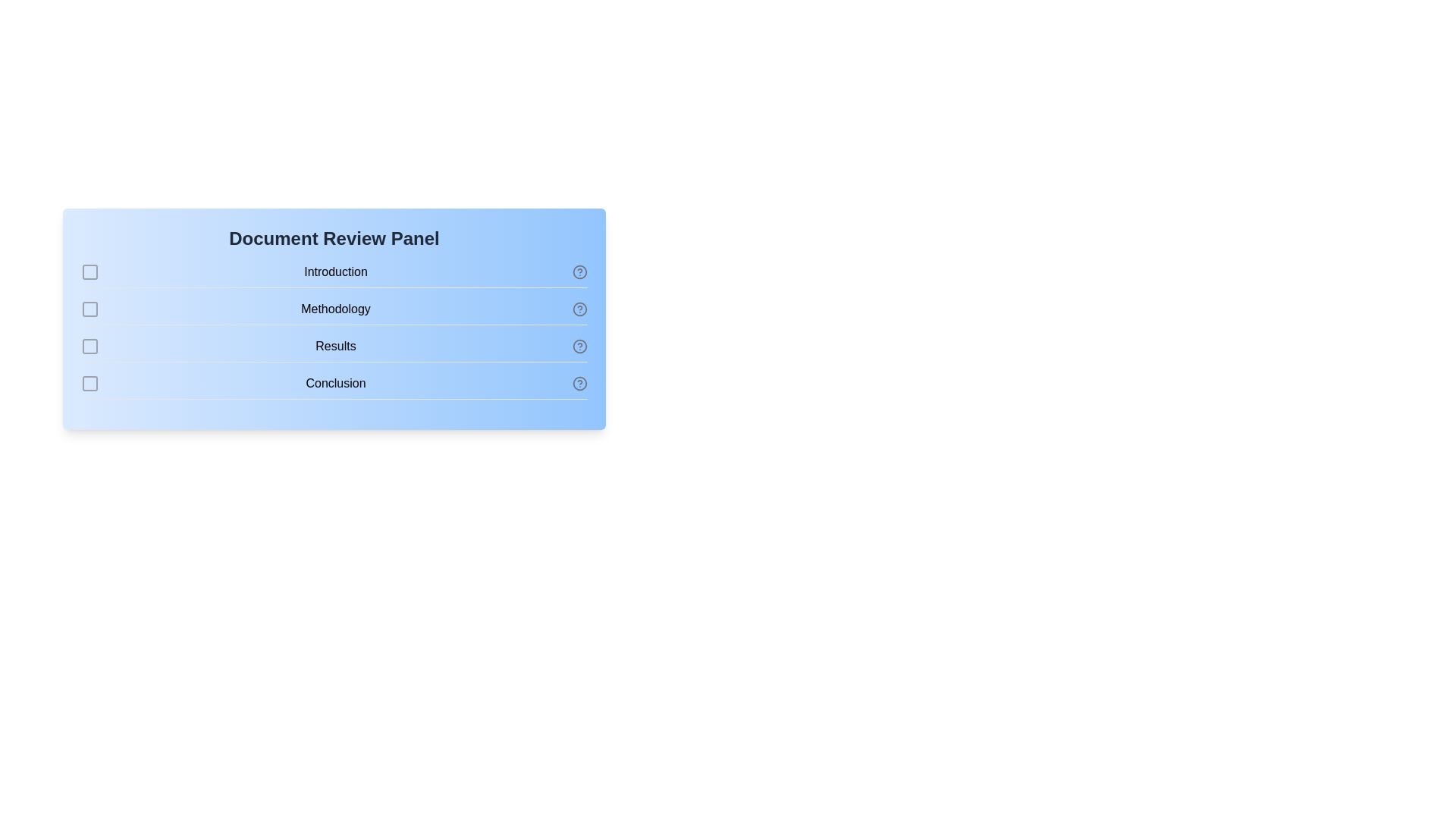  Describe the element at coordinates (89, 346) in the screenshot. I see `the section Results` at that location.